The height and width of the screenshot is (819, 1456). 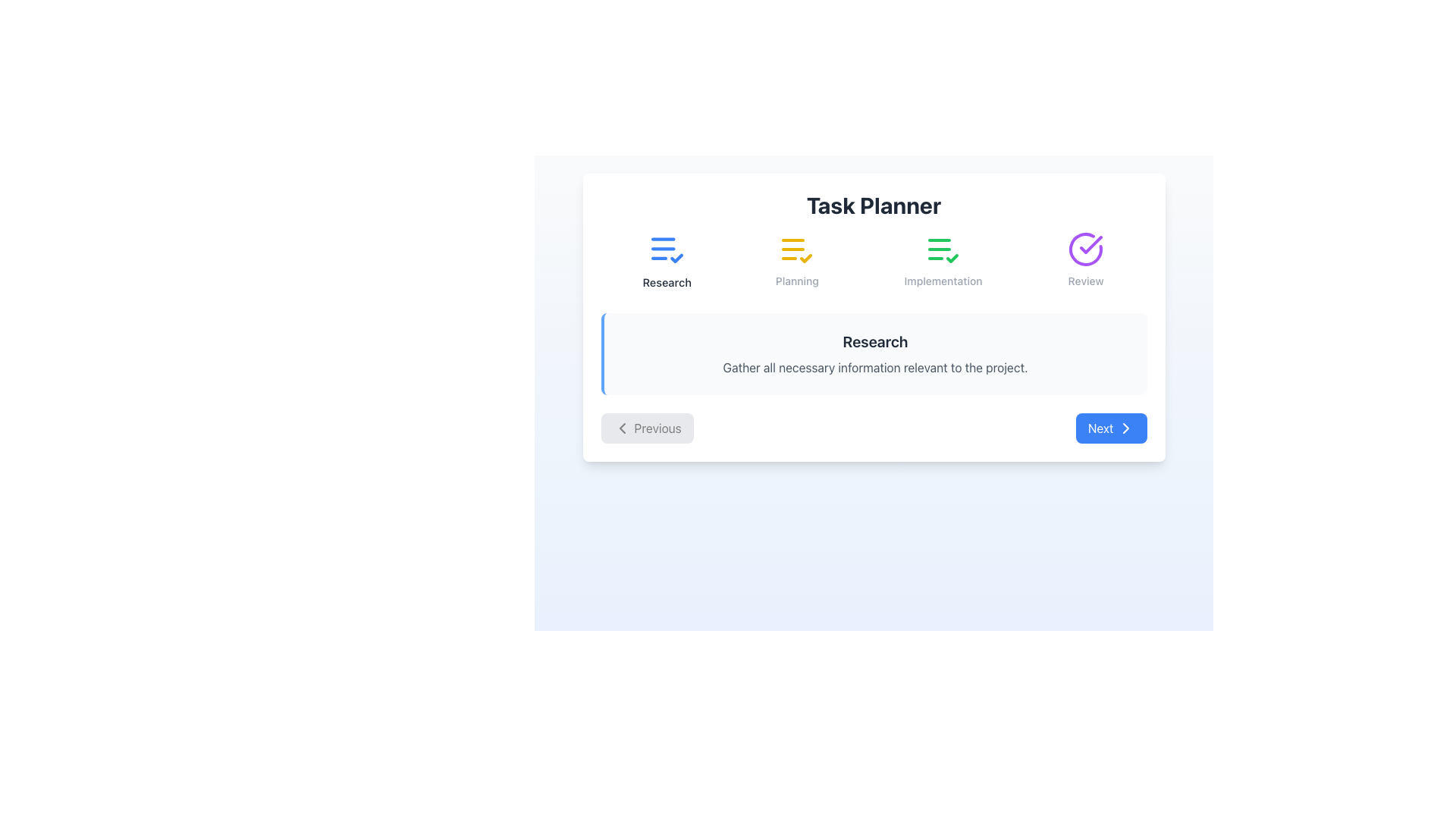 What do you see at coordinates (1090, 244) in the screenshot?
I see `the checkmark icon within the circular violet-shaded background, which indicates completion in the 'Review' category of the task planner interface` at bounding box center [1090, 244].